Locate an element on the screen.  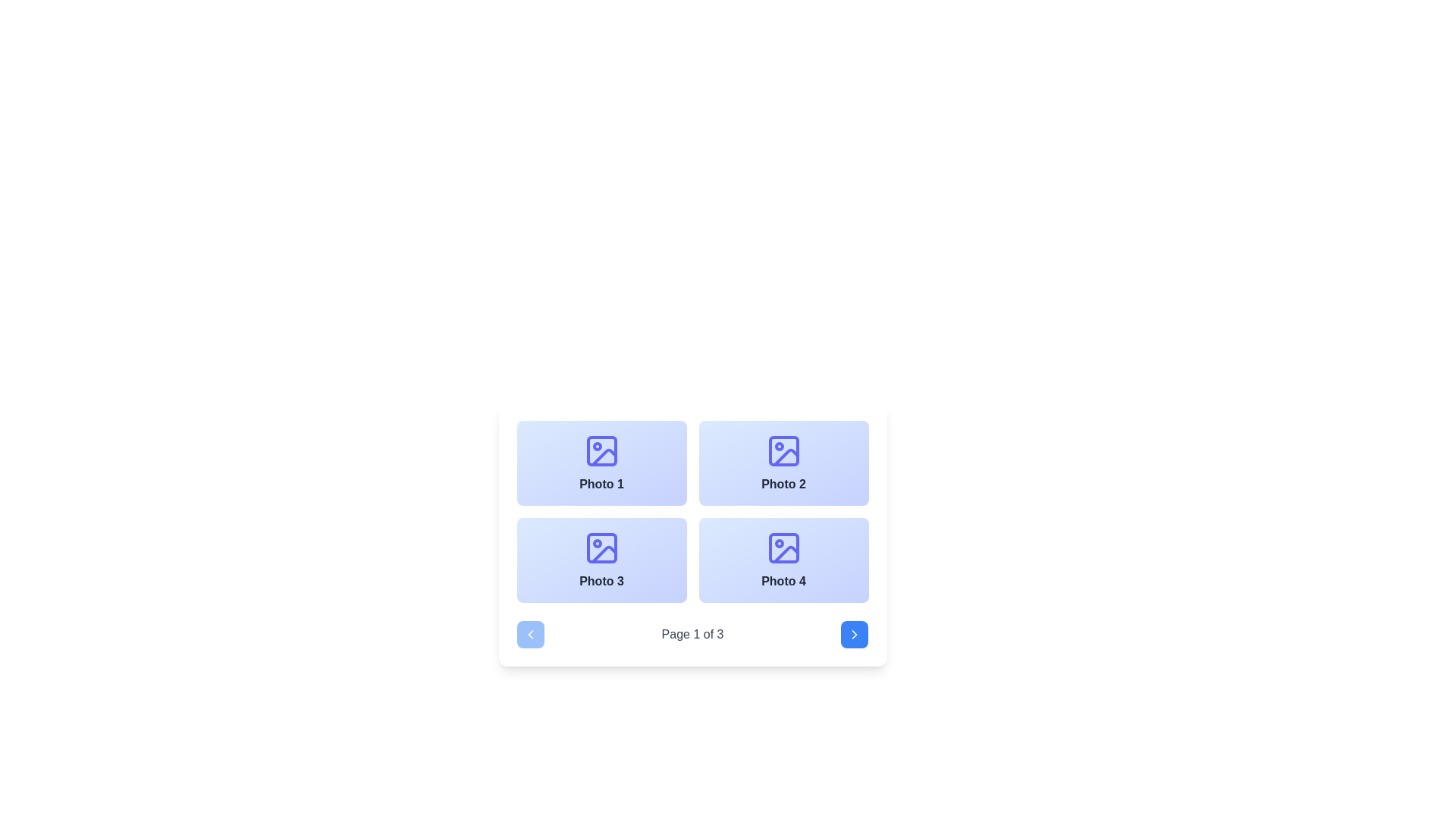
the text label displaying 'Photo 2', which is bold and dark against a light gradient background is located at coordinates (783, 485).